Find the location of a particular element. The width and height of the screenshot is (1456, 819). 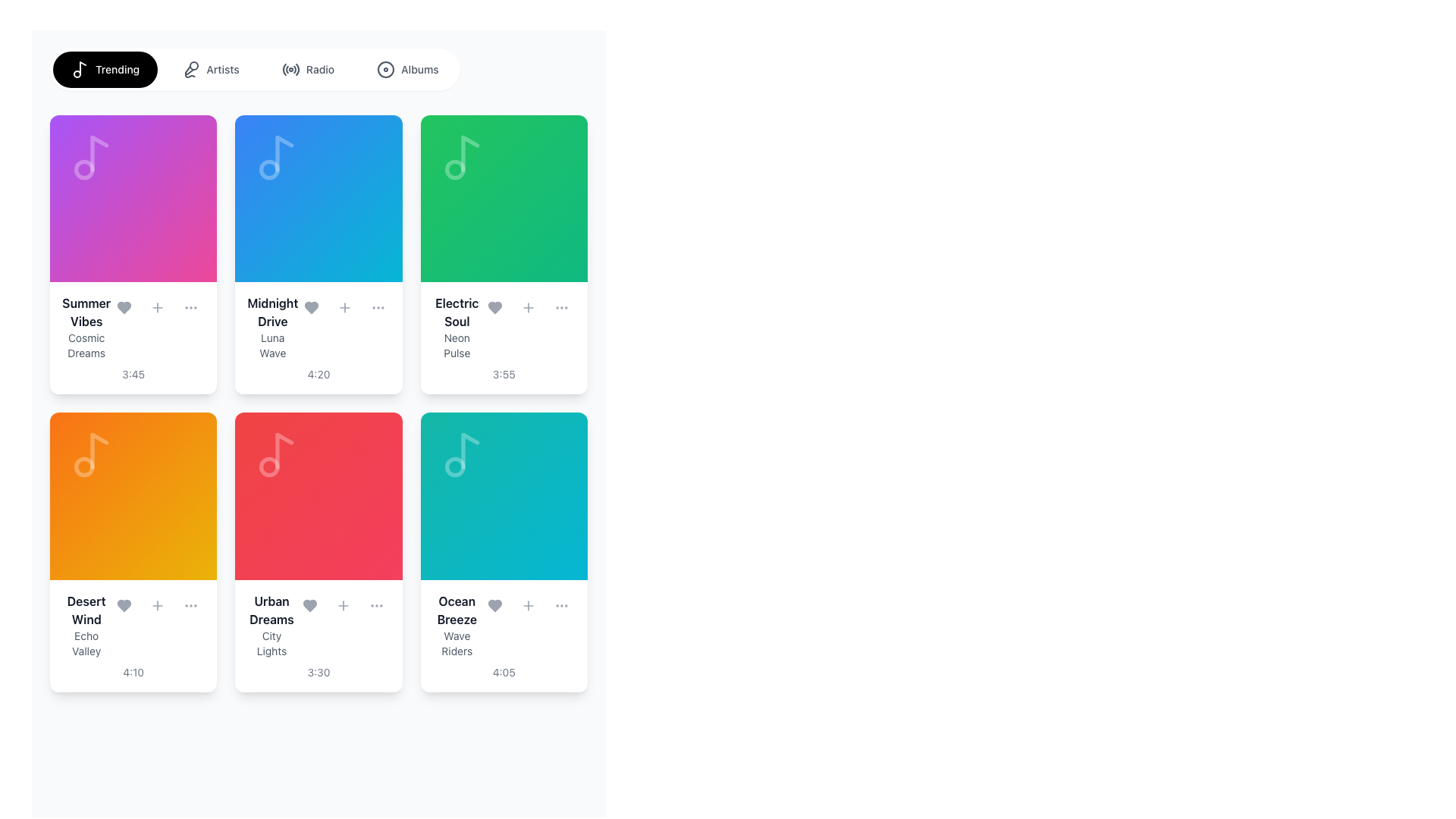

the plus symbol button located within the 'Midnight Drive' card, positioned to the right of the heart icon is located at coordinates (344, 307).